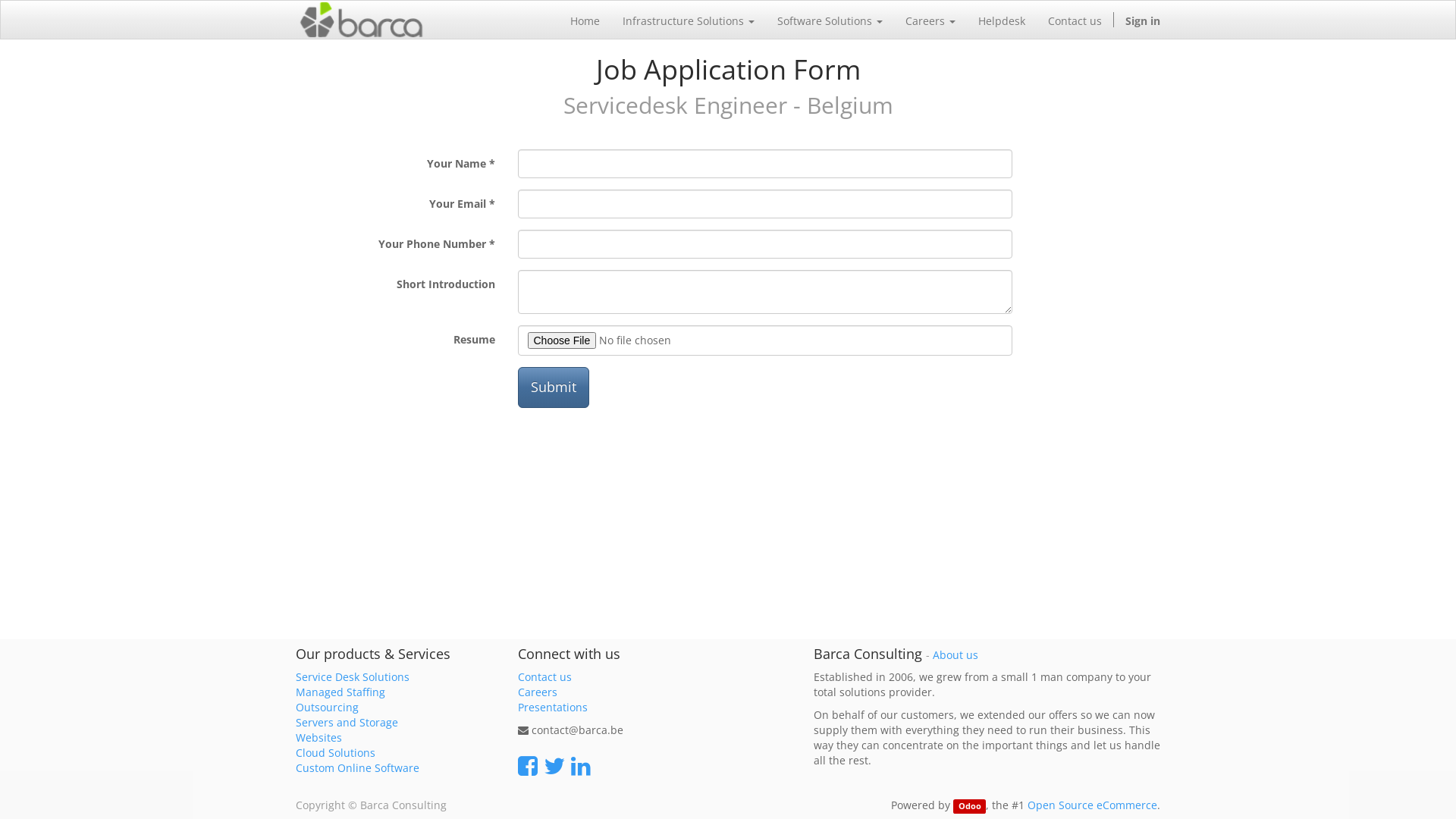 This screenshot has height=819, width=1456. Describe the element at coordinates (295, 752) in the screenshot. I see `'Cloud Solutions'` at that location.